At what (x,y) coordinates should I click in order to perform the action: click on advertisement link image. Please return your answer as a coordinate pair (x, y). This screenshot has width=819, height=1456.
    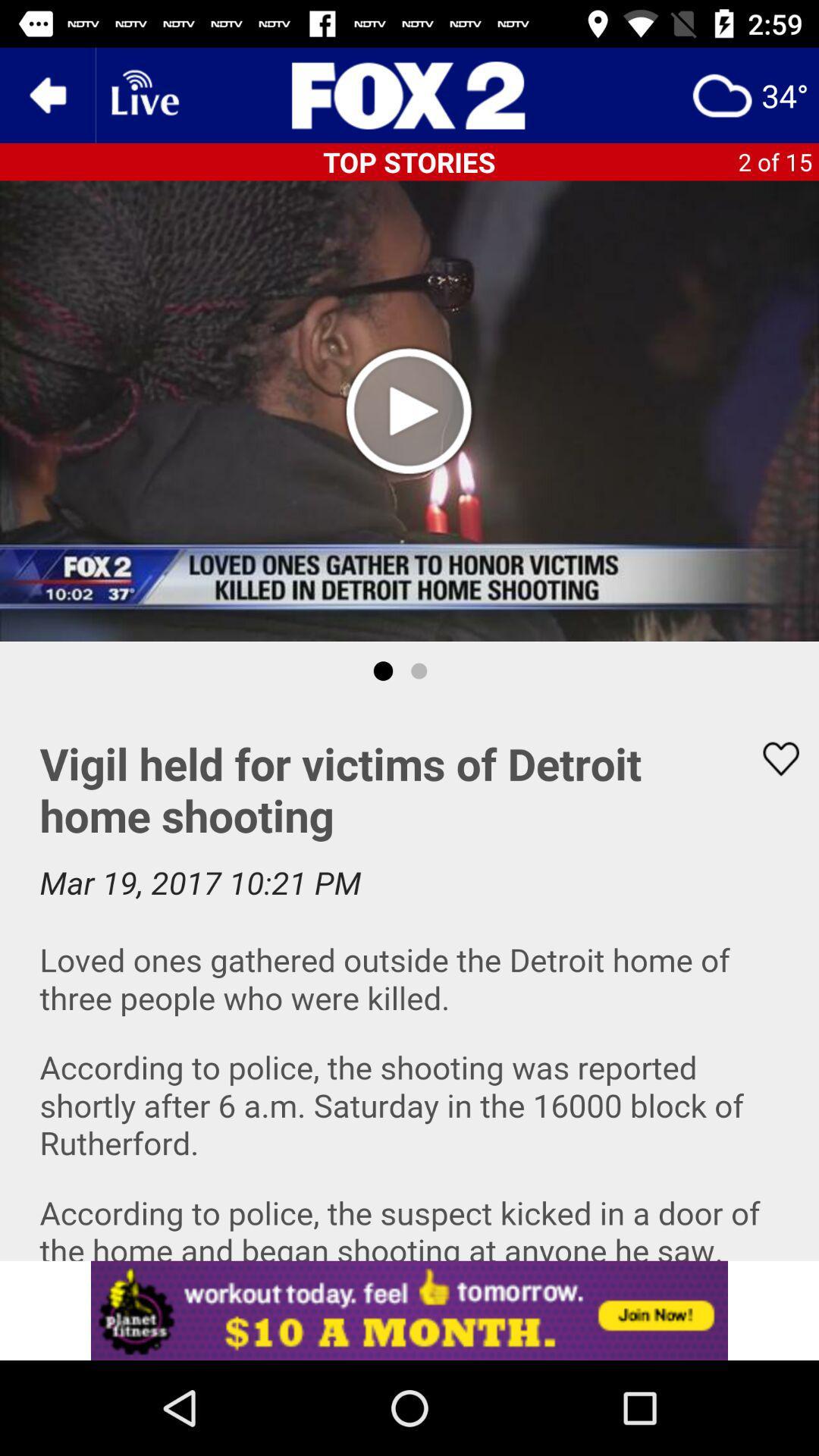
    Looking at the image, I should click on (409, 1310).